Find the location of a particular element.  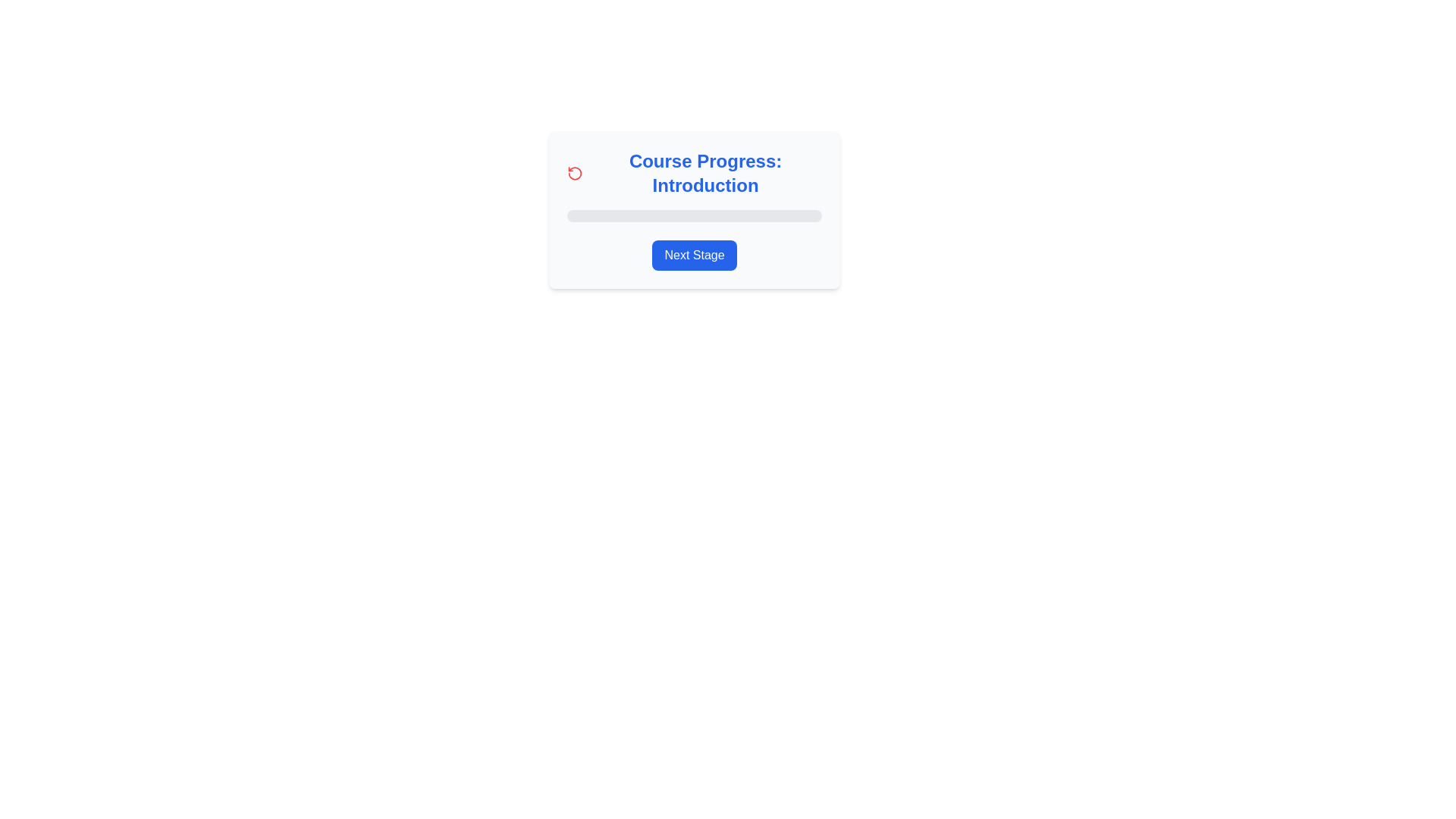

the button located at the bottom of the 'Course Progress: Introduction' card is located at coordinates (694, 254).